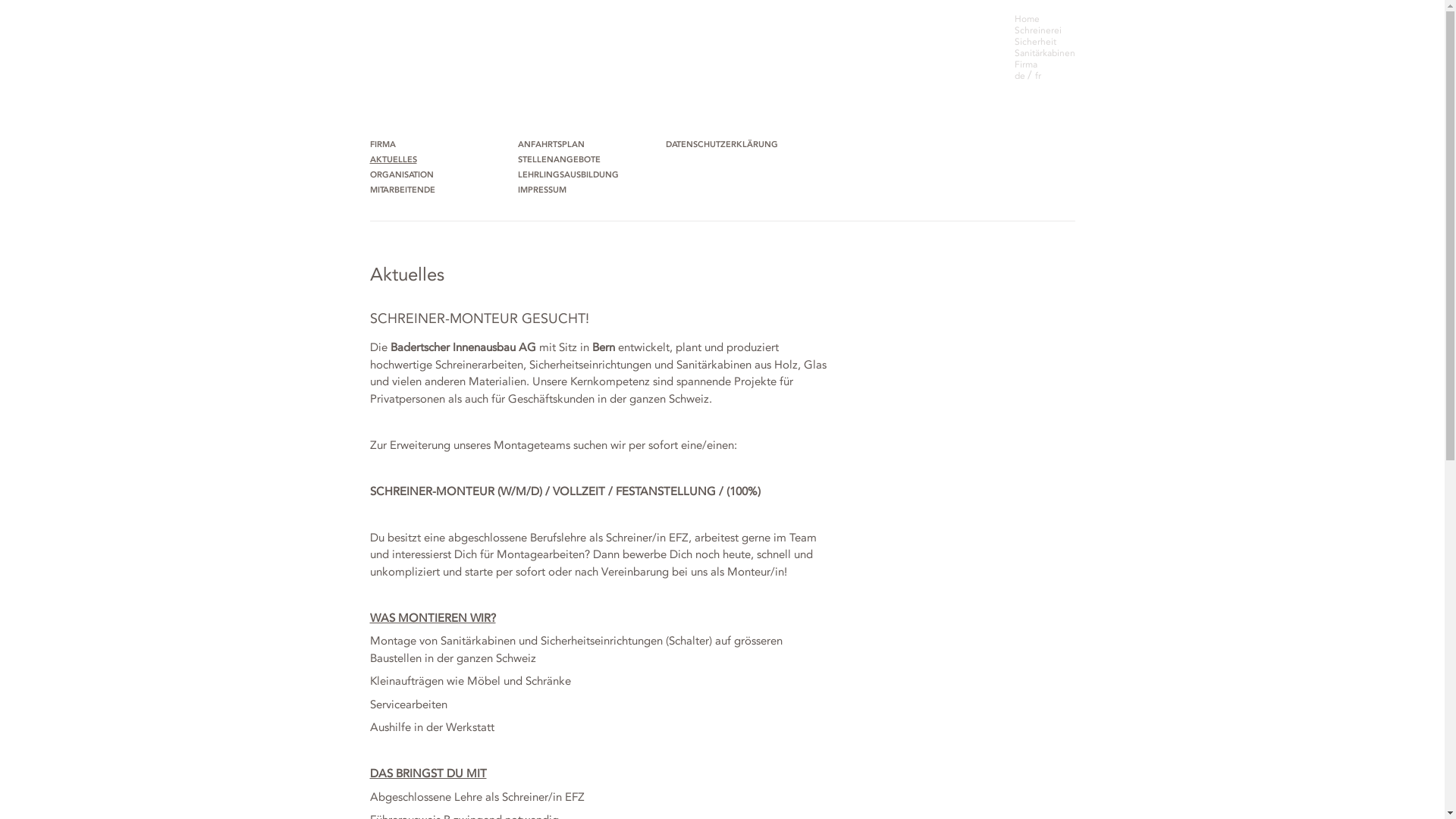  What do you see at coordinates (1021, 76) in the screenshot?
I see `'de'` at bounding box center [1021, 76].